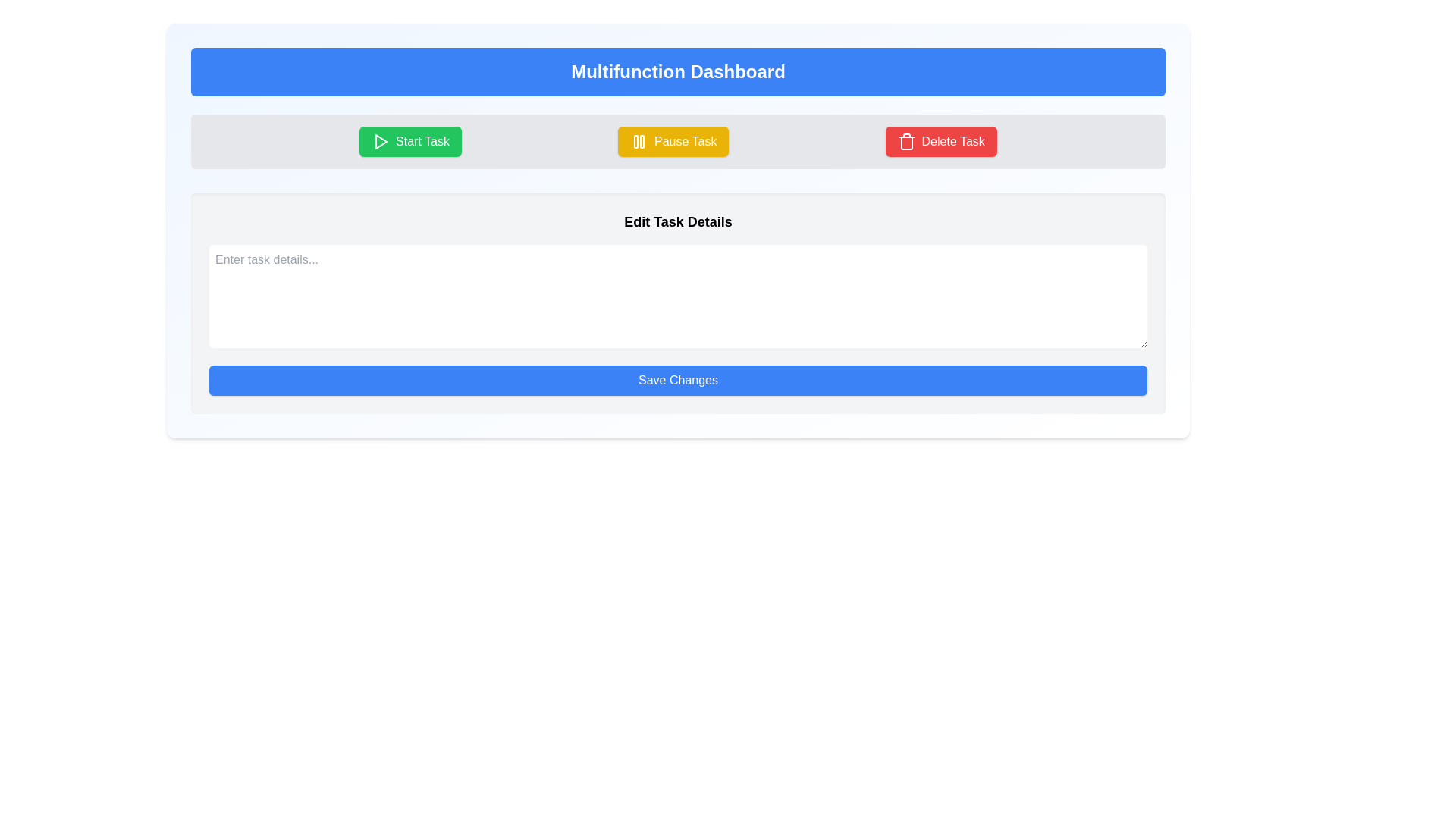 The width and height of the screenshot is (1456, 819). I want to click on the triangular-shaped play button icon located on the left side of the 'Start Task' button within the green rounded button to initiate its function, so click(381, 141).